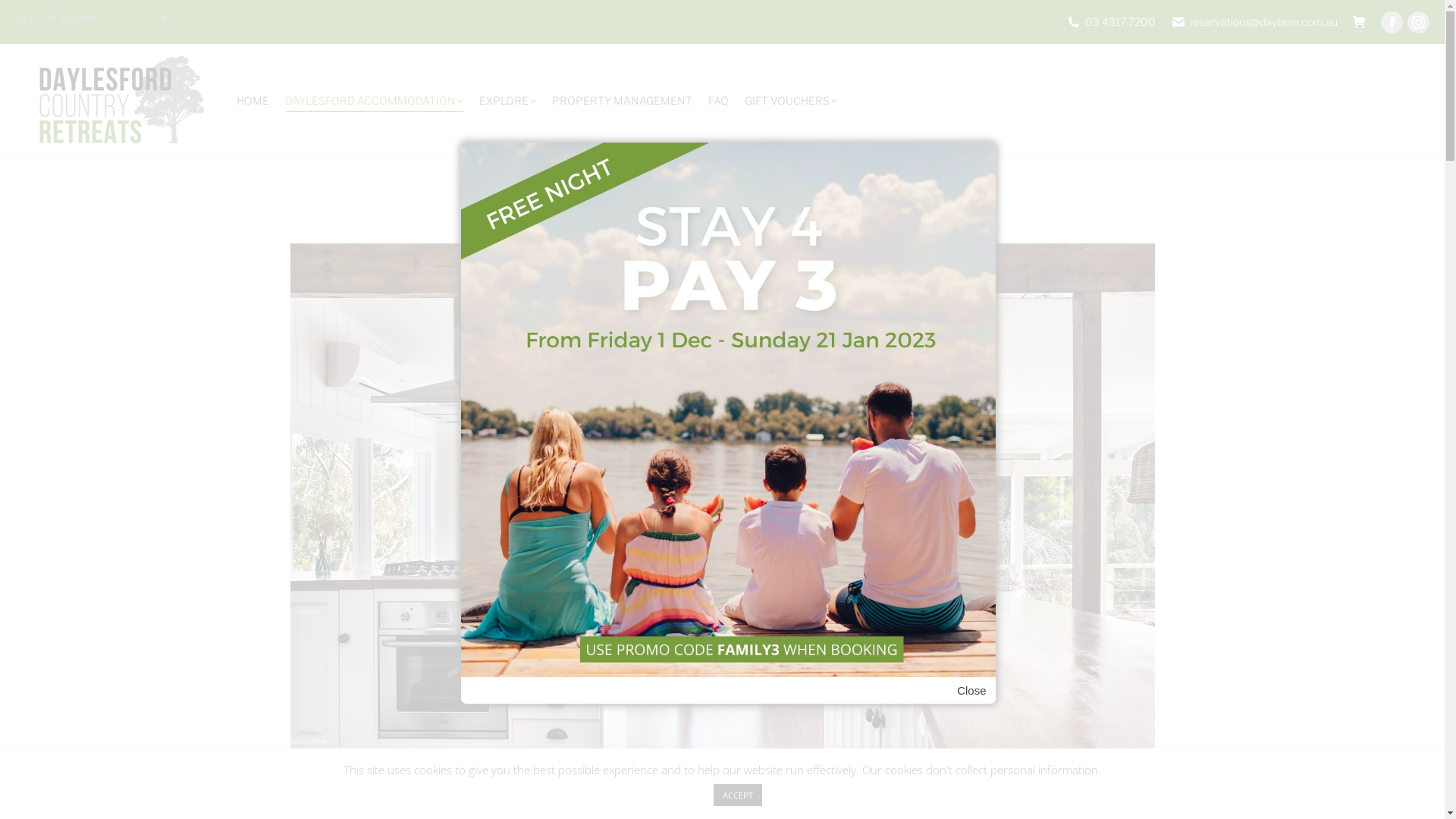  I want to click on 'reservations@dayburn.com.au', so click(1254, 22).